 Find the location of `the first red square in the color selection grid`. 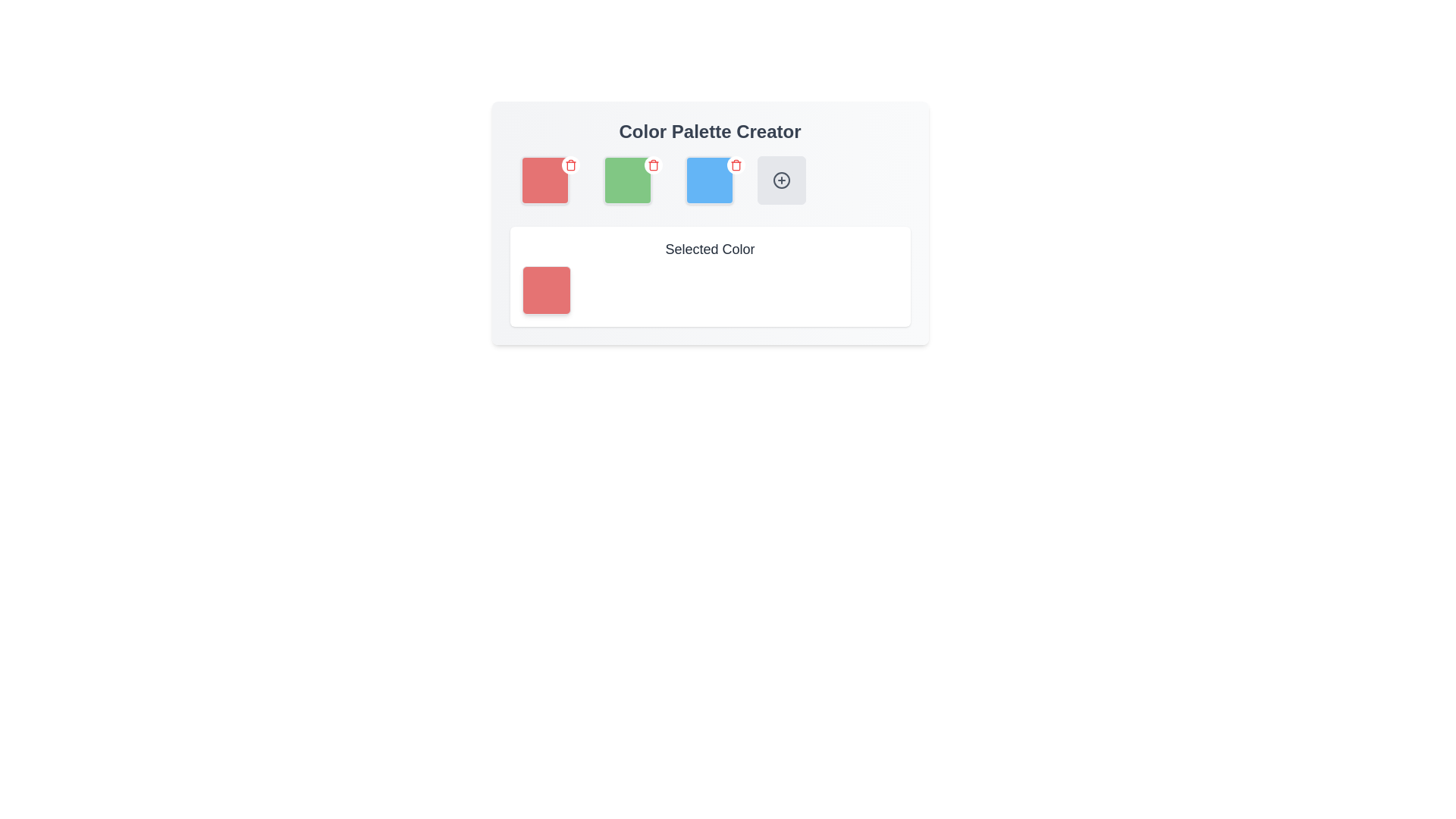

the first red square in the color selection grid is located at coordinates (544, 181).